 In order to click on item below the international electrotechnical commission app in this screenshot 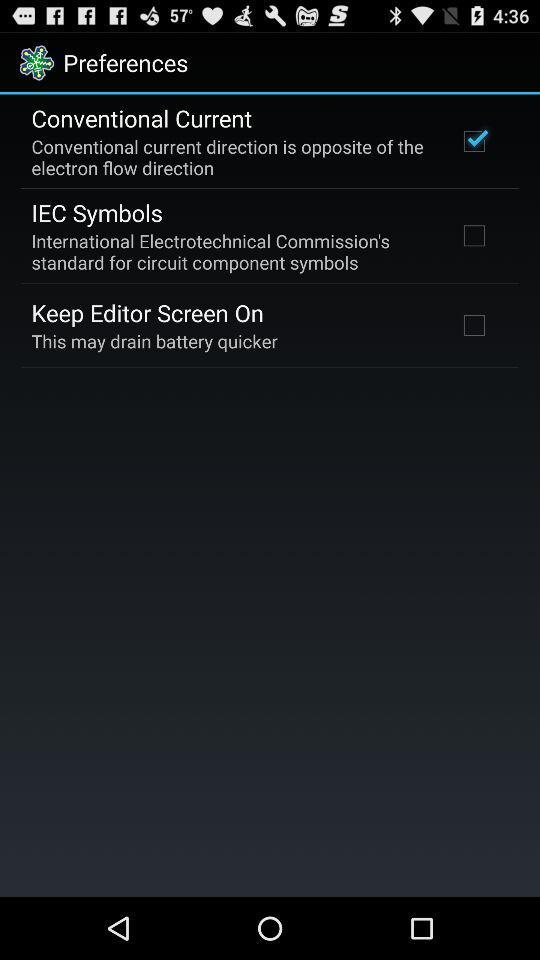, I will do `click(146, 312)`.